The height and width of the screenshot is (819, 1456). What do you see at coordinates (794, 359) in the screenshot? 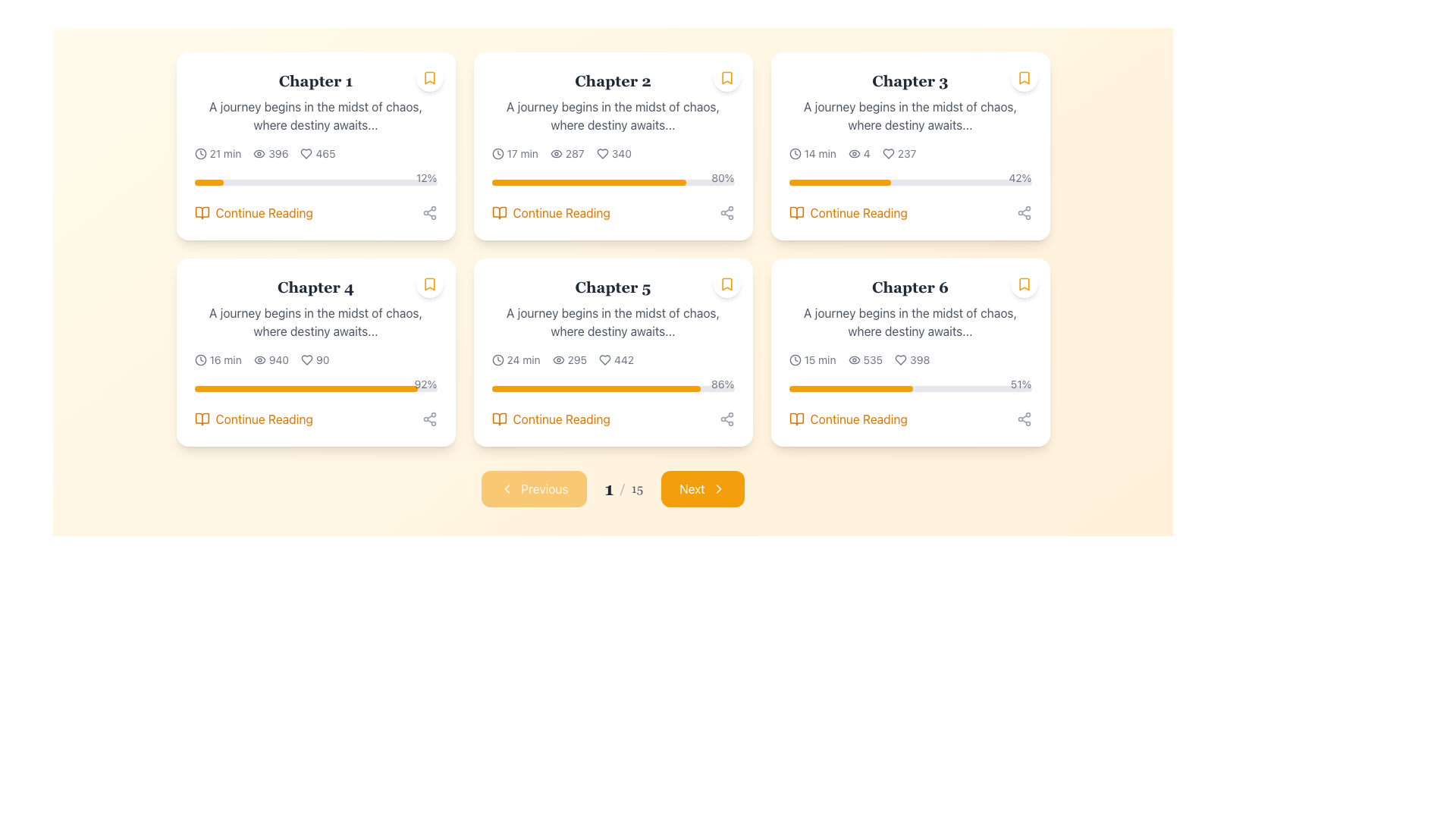
I see `the central circle of the clock icon in the 'Chapter 6' card, which visually represents the estimated reading time of '15 min'` at bounding box center [794, 359].